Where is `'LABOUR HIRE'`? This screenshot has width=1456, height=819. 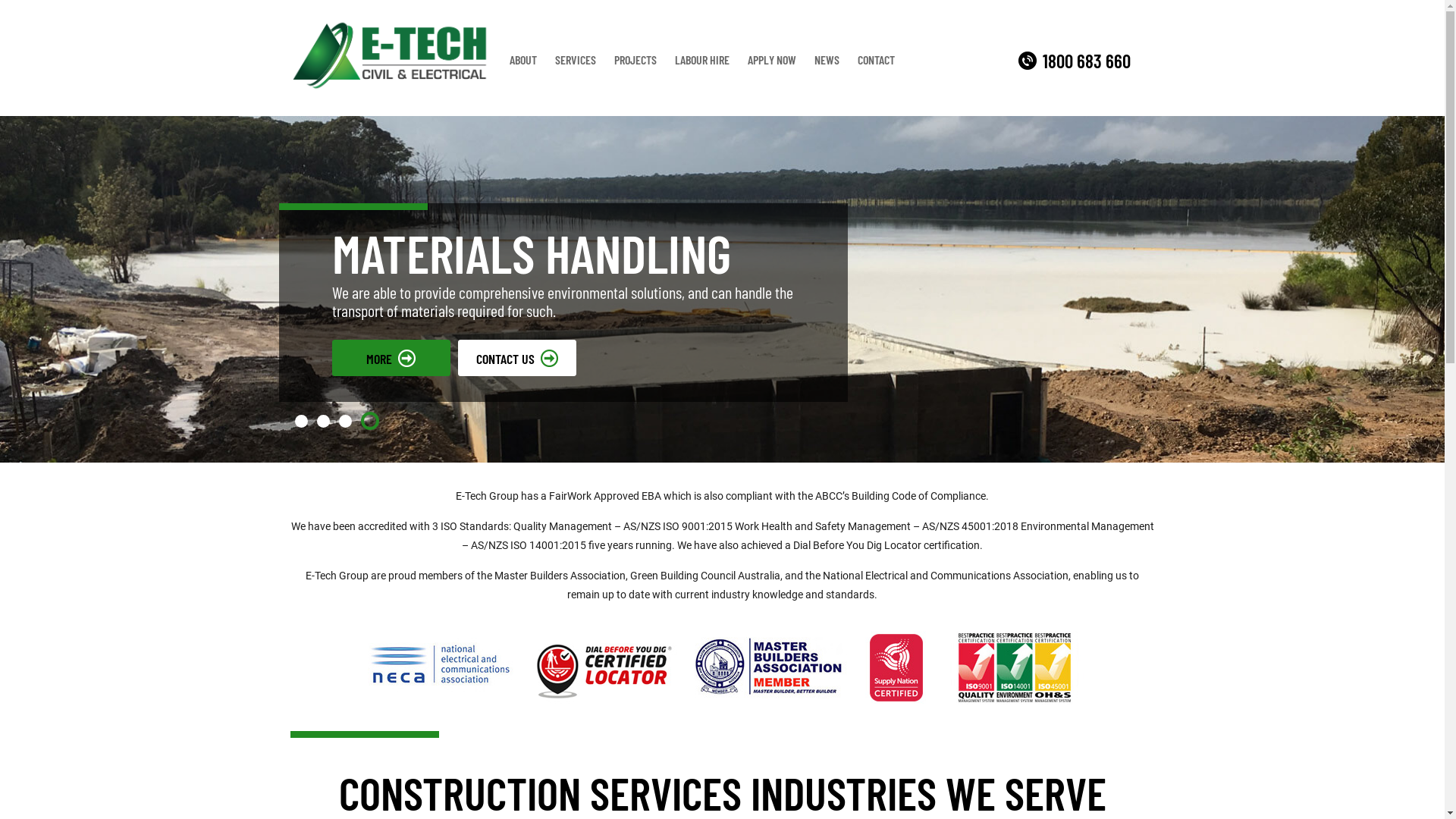
'LABOUR HIRE' is located at coordinates (701, 58).